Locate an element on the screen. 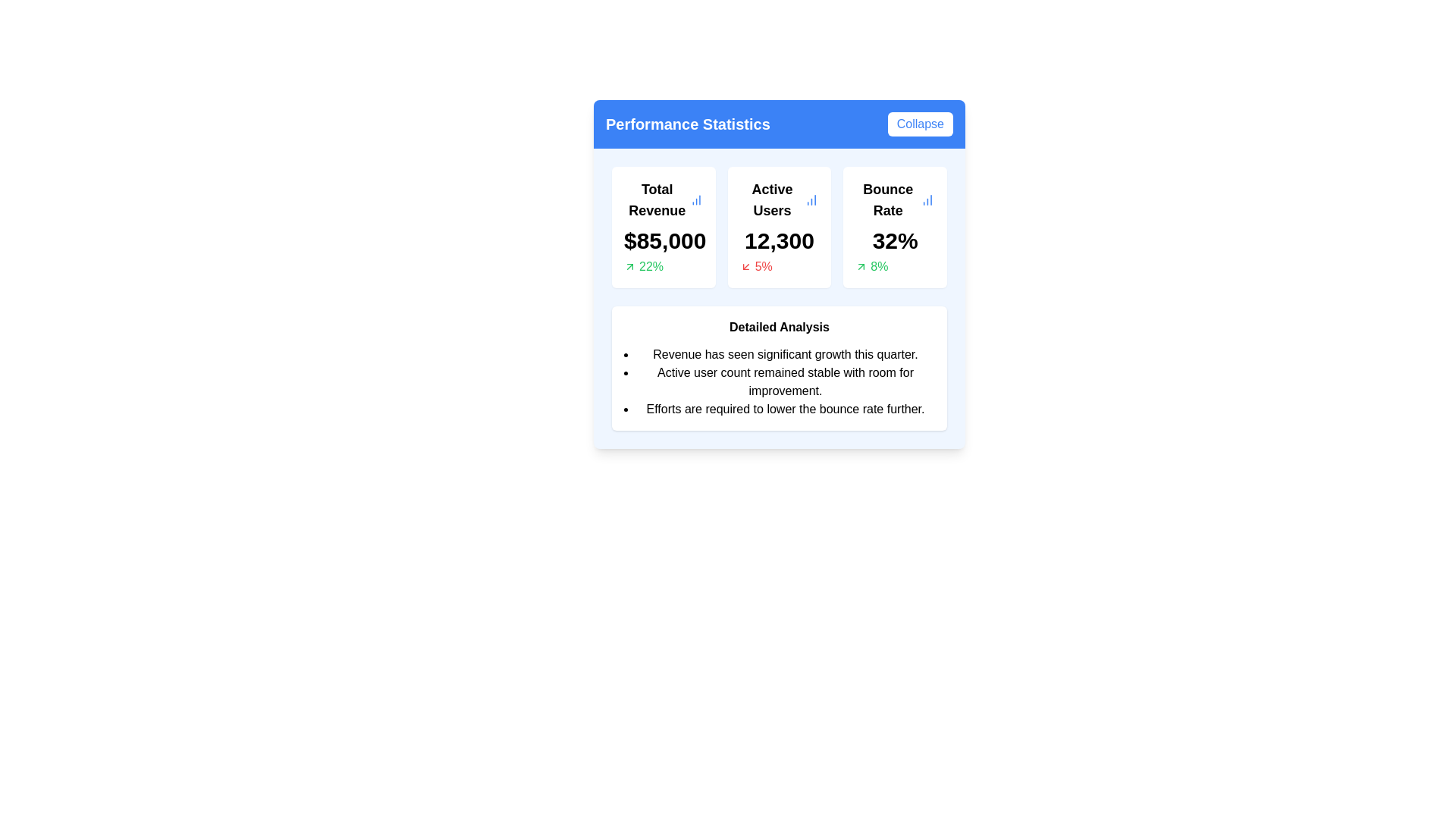 This screenshot has width=1456, height=819. the 'Total Revenue' header, which is styled in bold font and includes a chart icon, located at the top of the statistics panel is located at coordinates (664, 199).